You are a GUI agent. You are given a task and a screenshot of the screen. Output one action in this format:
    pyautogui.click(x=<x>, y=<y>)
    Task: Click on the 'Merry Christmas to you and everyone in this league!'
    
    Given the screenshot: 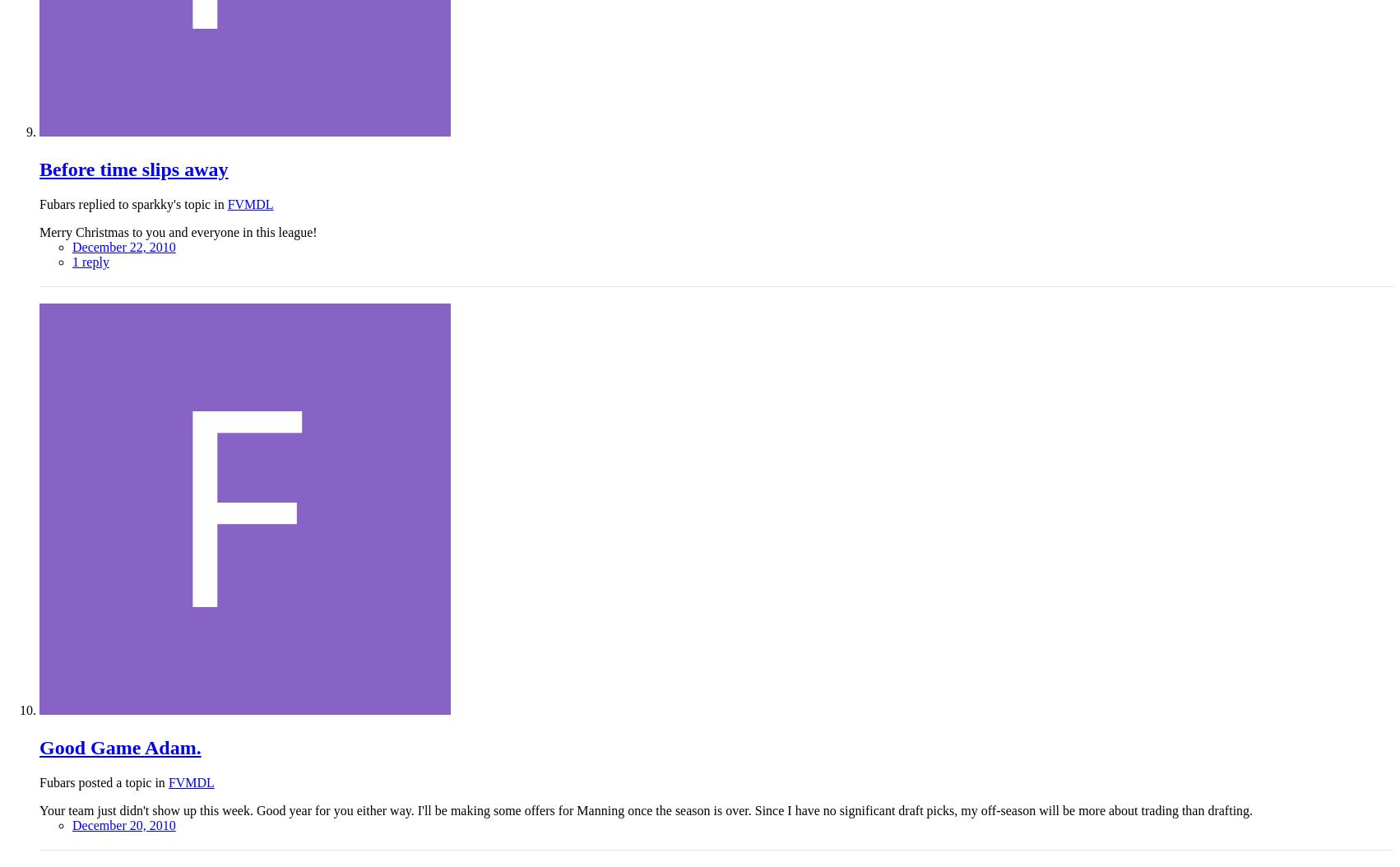 What is the action you would take?
    pyautogui.click(x=177, y=231)
    